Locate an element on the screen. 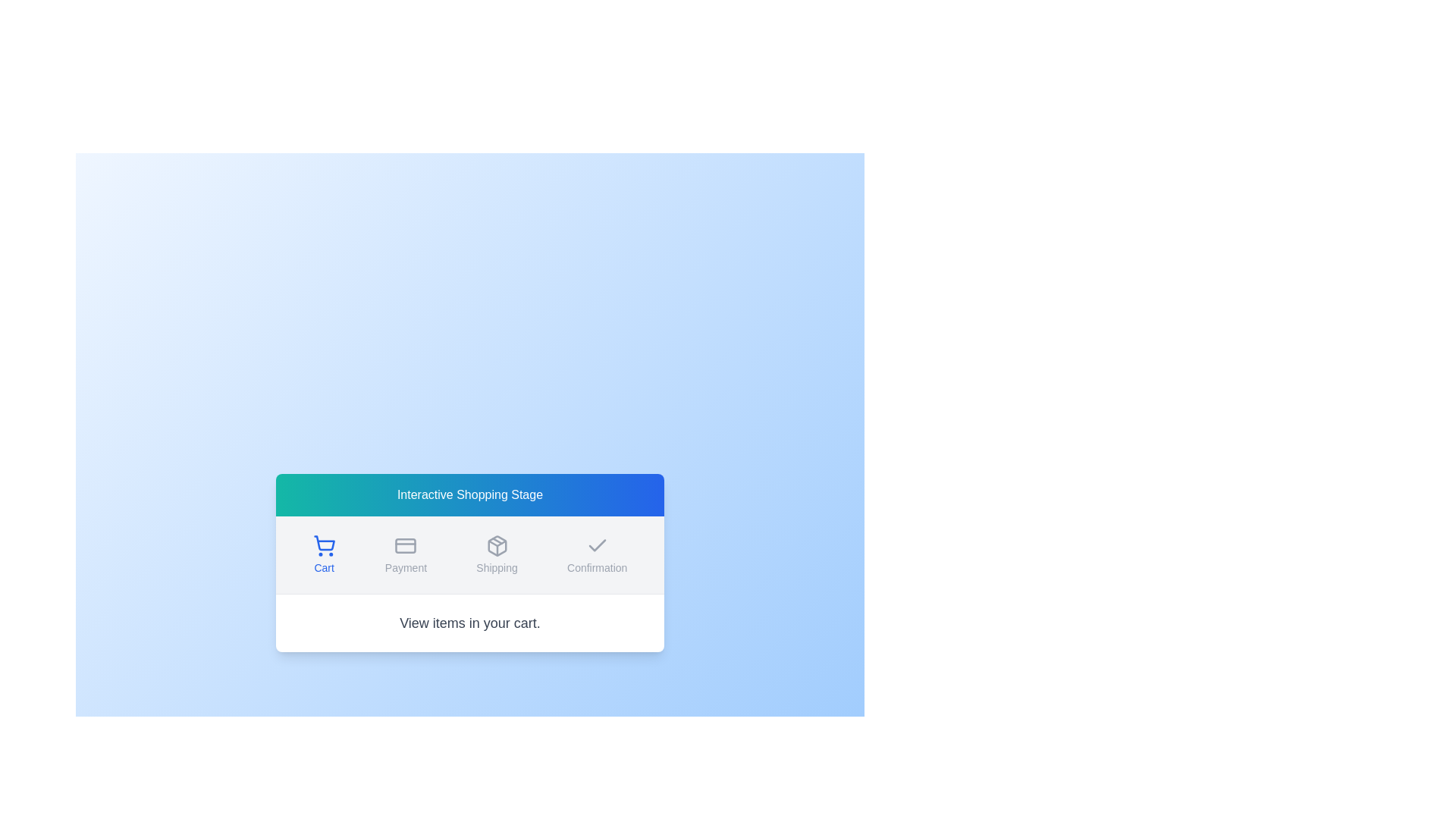  the 'Cart' navigation button located under the 'Interactive Shopping Stage' header is located at coordinates (323, 554).